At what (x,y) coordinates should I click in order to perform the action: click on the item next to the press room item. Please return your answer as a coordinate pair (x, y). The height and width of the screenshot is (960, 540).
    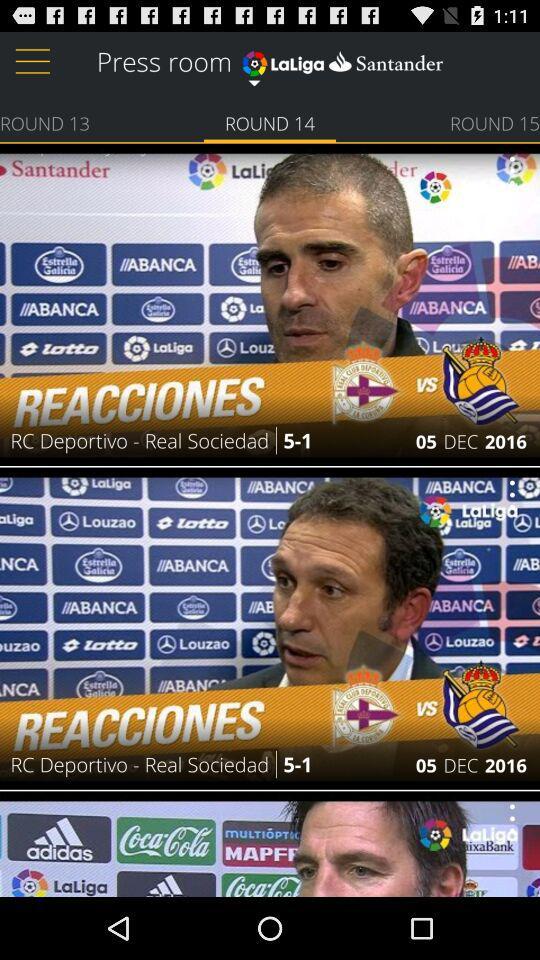
    Looking at the image, I should click on (341, 58).